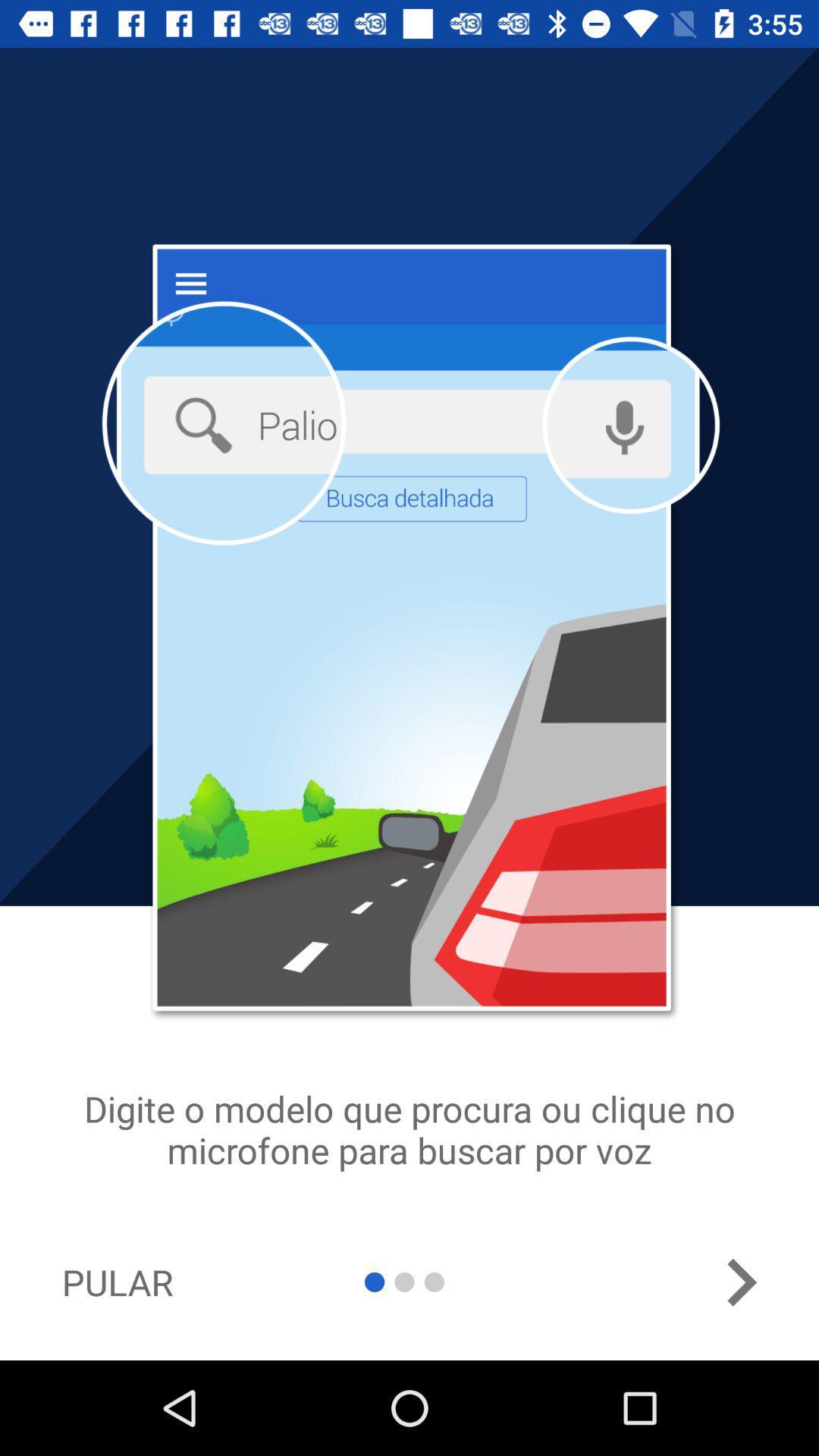 The image size is (819, 1456). I want to click on the icon at the bottom right corner, so click(740, 1282).